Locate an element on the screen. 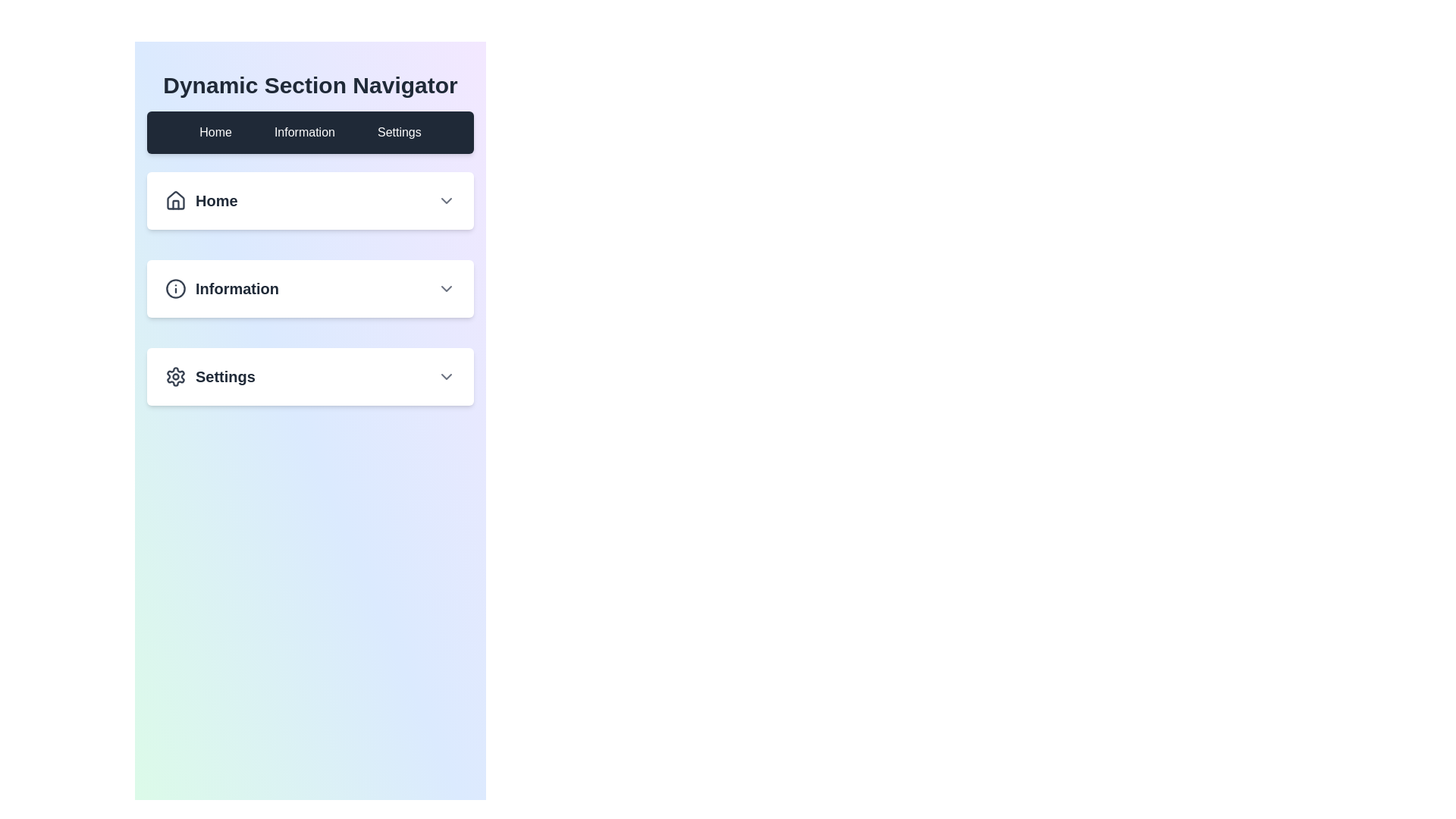 The width and height of the screenshot is (1456, 819). 'Settings' label in bold gray font, which is part of the third navigational option in the sidebar under the 'Information' section is located at coordinates (224, 376).